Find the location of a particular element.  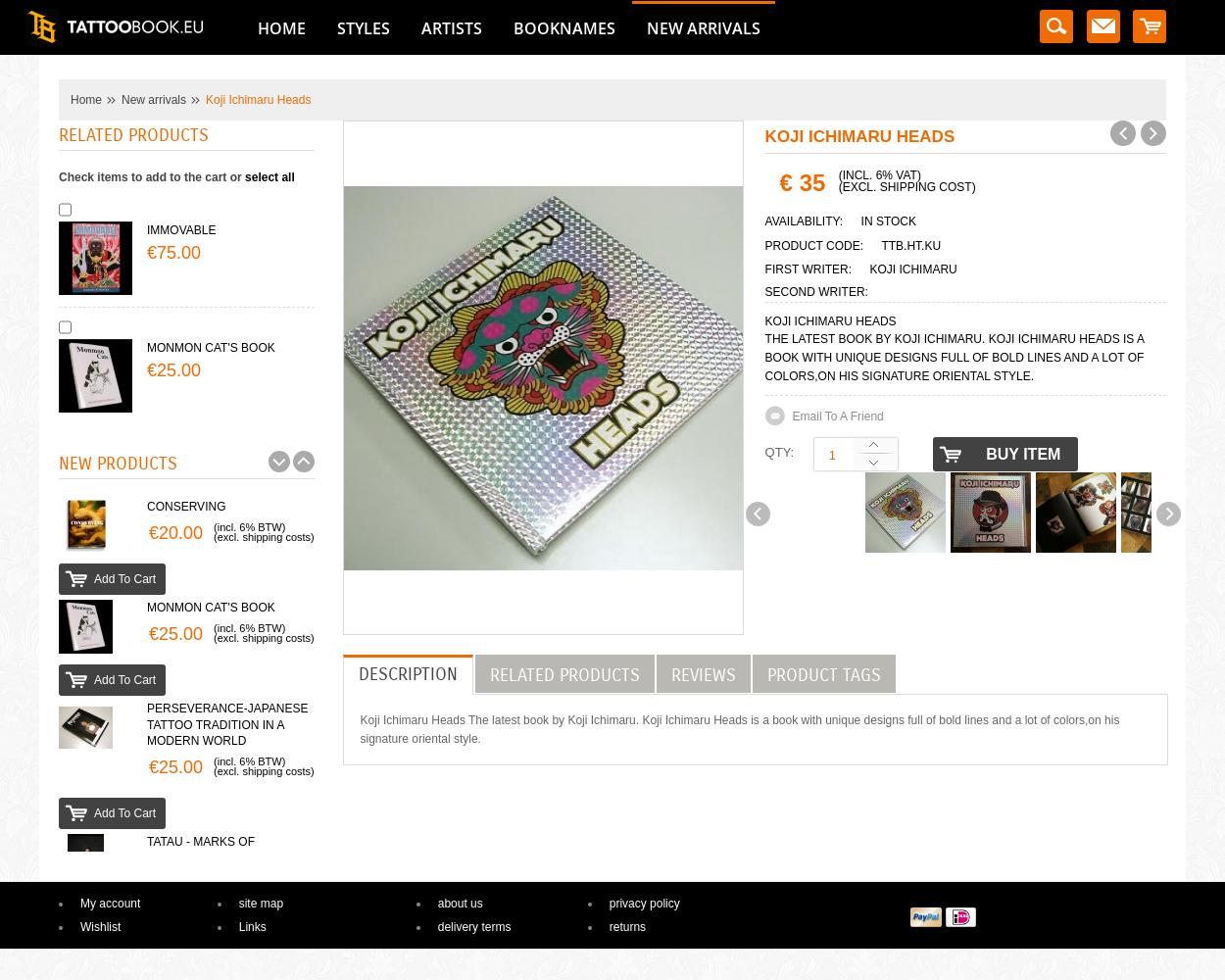

'PERSEVERANCE-Japanese Tattoo Tradition in a Modern World' is located at coordinates (147, 723).